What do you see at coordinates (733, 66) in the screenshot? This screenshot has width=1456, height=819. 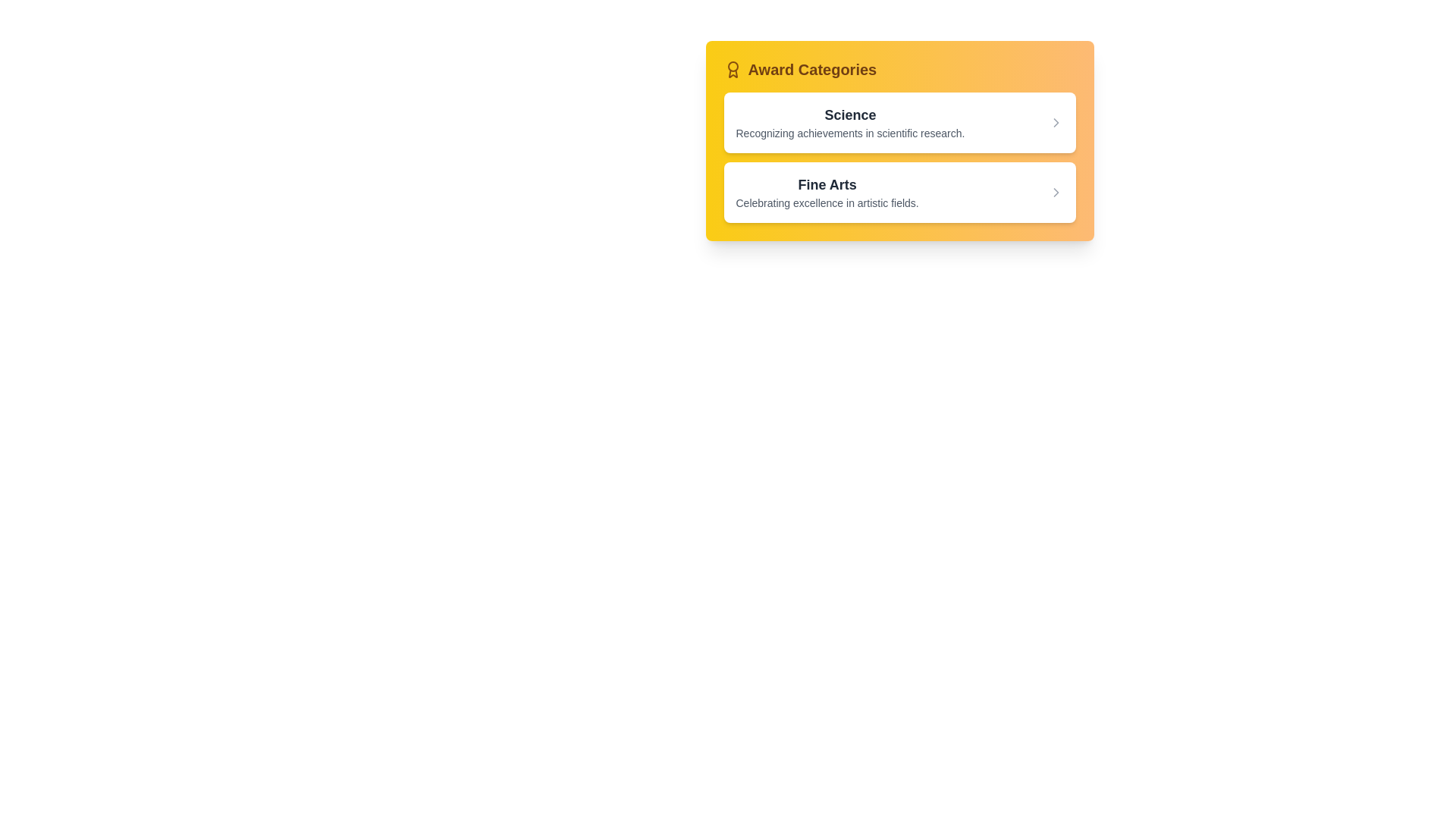 I see `the SVG Circle Element that is part of the award icon, located near the 'Award Categories' text` at bounding box center [733, 66].